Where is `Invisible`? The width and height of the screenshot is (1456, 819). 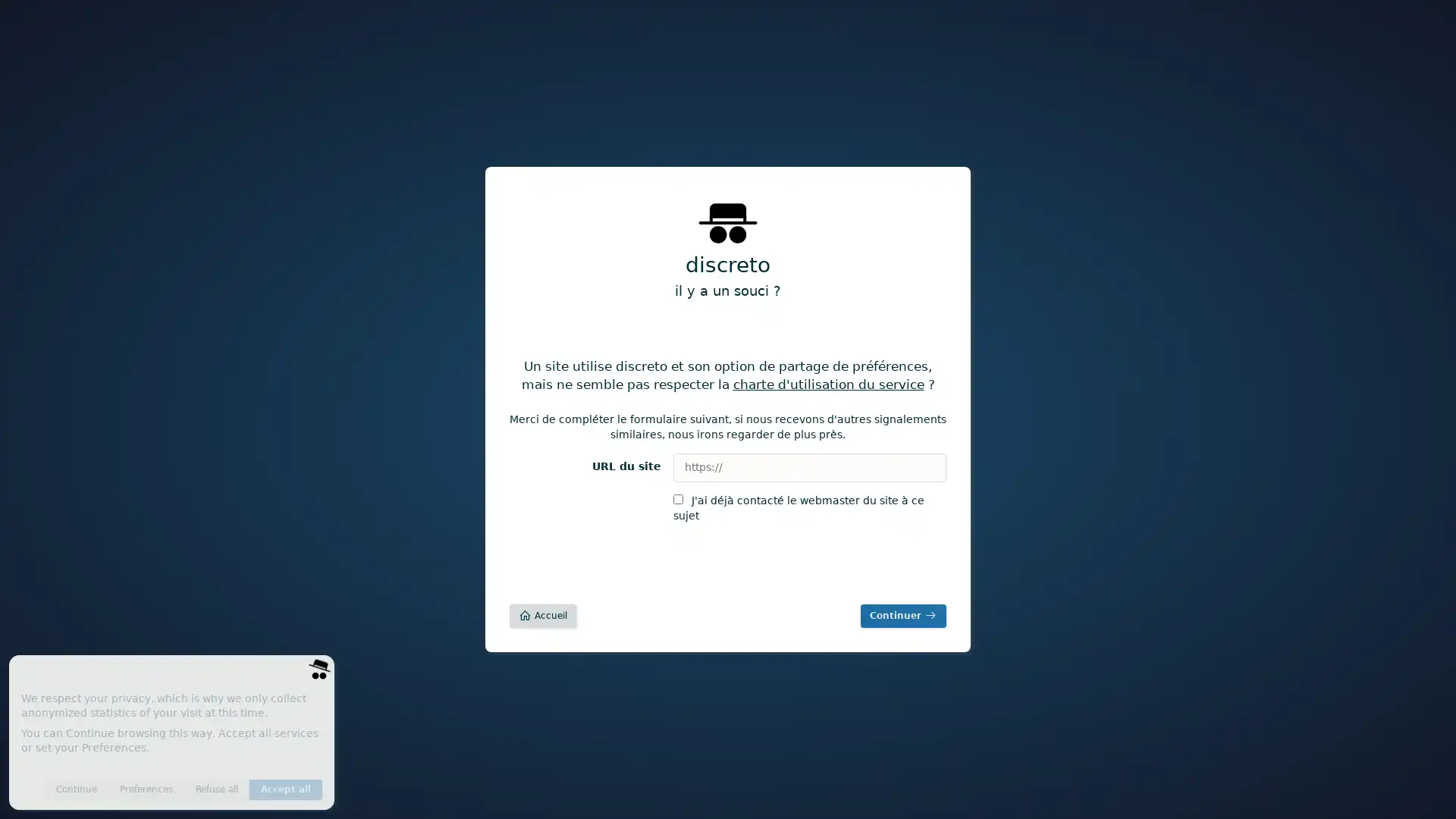 Invisible is located at coordinates (244, 795).